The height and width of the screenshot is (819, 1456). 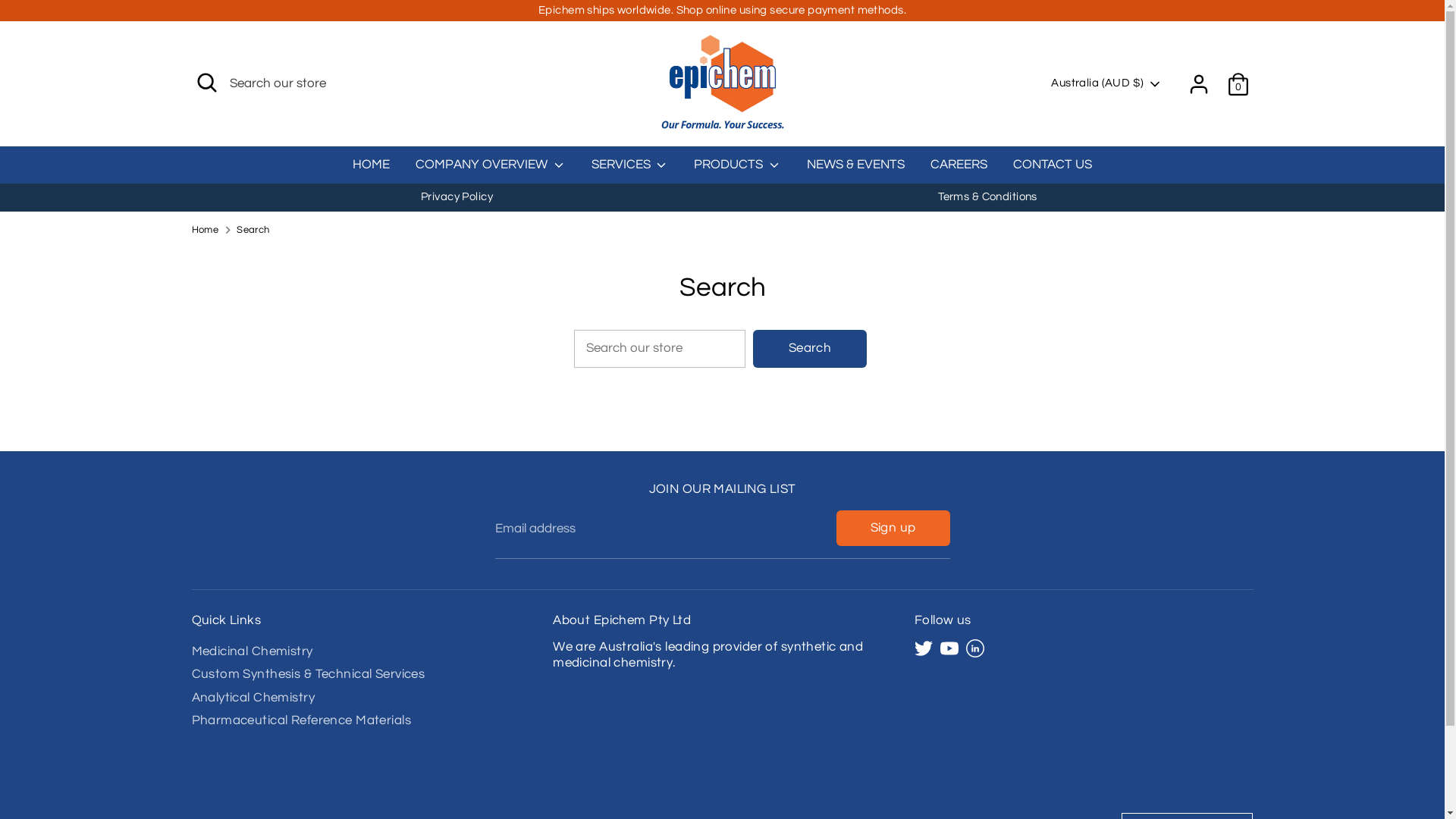 What do you see at coordinates (855, 169) in the screenshot?
I see `'NEWS & EVENTS'` at bounding box center [855, 169].